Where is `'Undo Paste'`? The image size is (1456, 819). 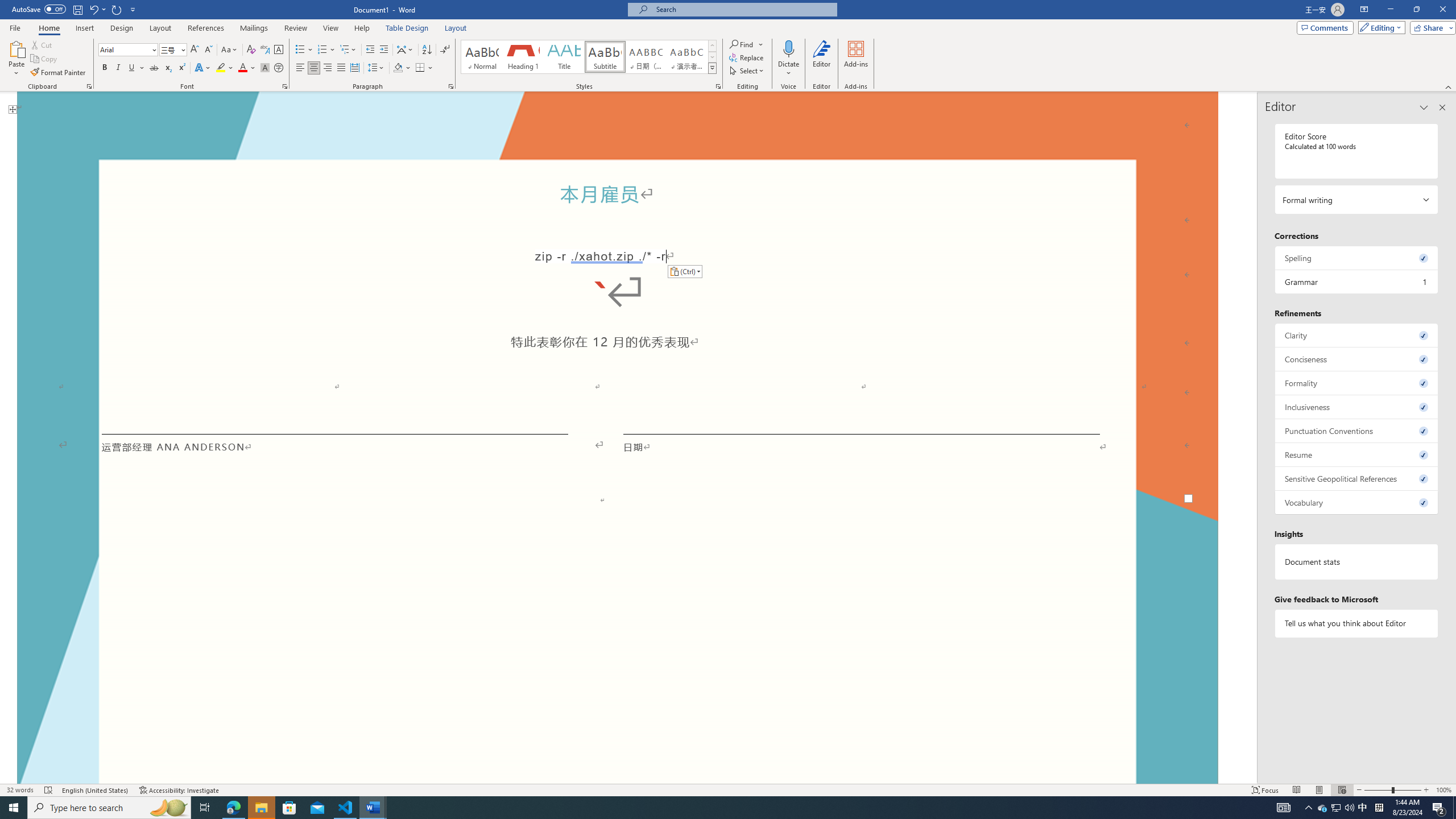
'Undo Paste' is located at coordinates (97, 9).